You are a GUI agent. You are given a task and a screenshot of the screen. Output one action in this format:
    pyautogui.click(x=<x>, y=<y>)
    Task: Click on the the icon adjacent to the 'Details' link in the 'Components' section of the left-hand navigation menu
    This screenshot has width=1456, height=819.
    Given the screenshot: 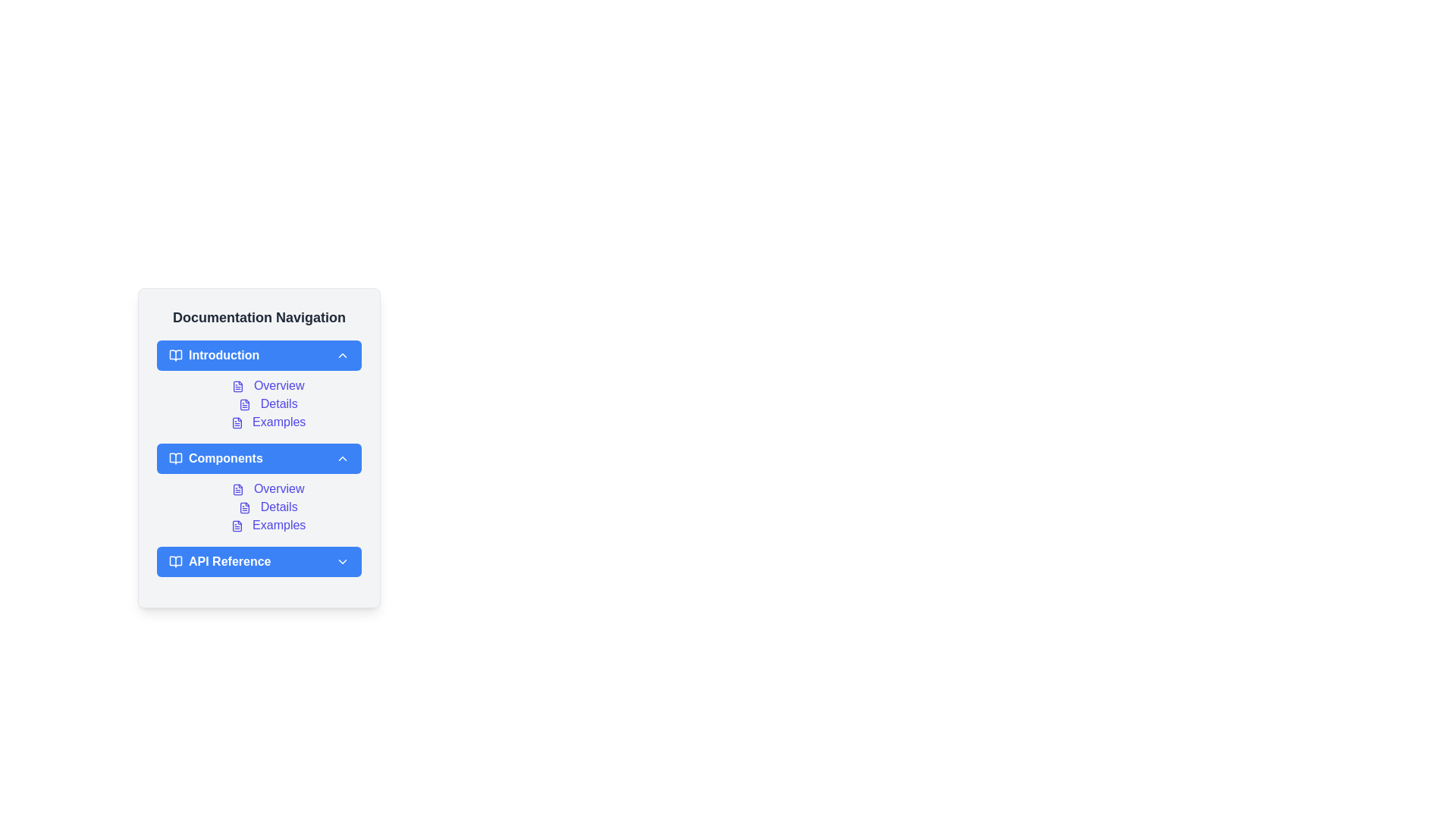 What is the action you would take?
    pyautogui.click(x=245, y=507)
    